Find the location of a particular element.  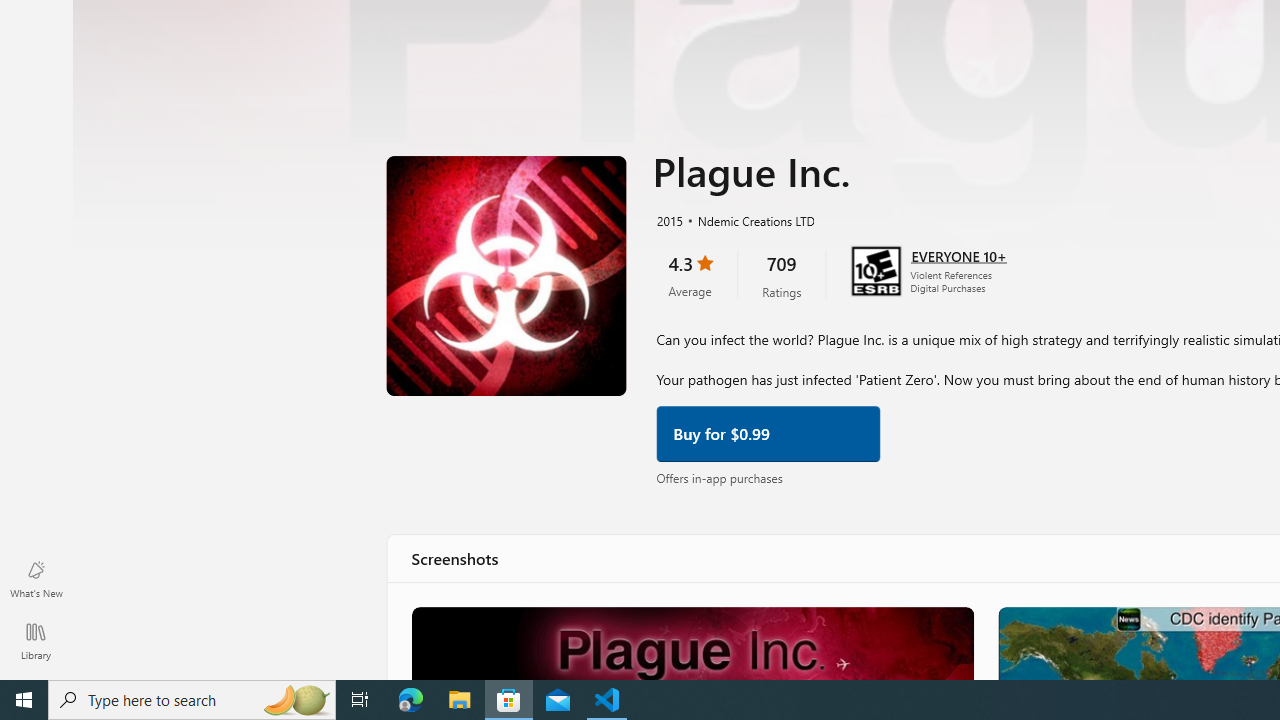

'Screenshot 1' is located at coordinates (691, 642).